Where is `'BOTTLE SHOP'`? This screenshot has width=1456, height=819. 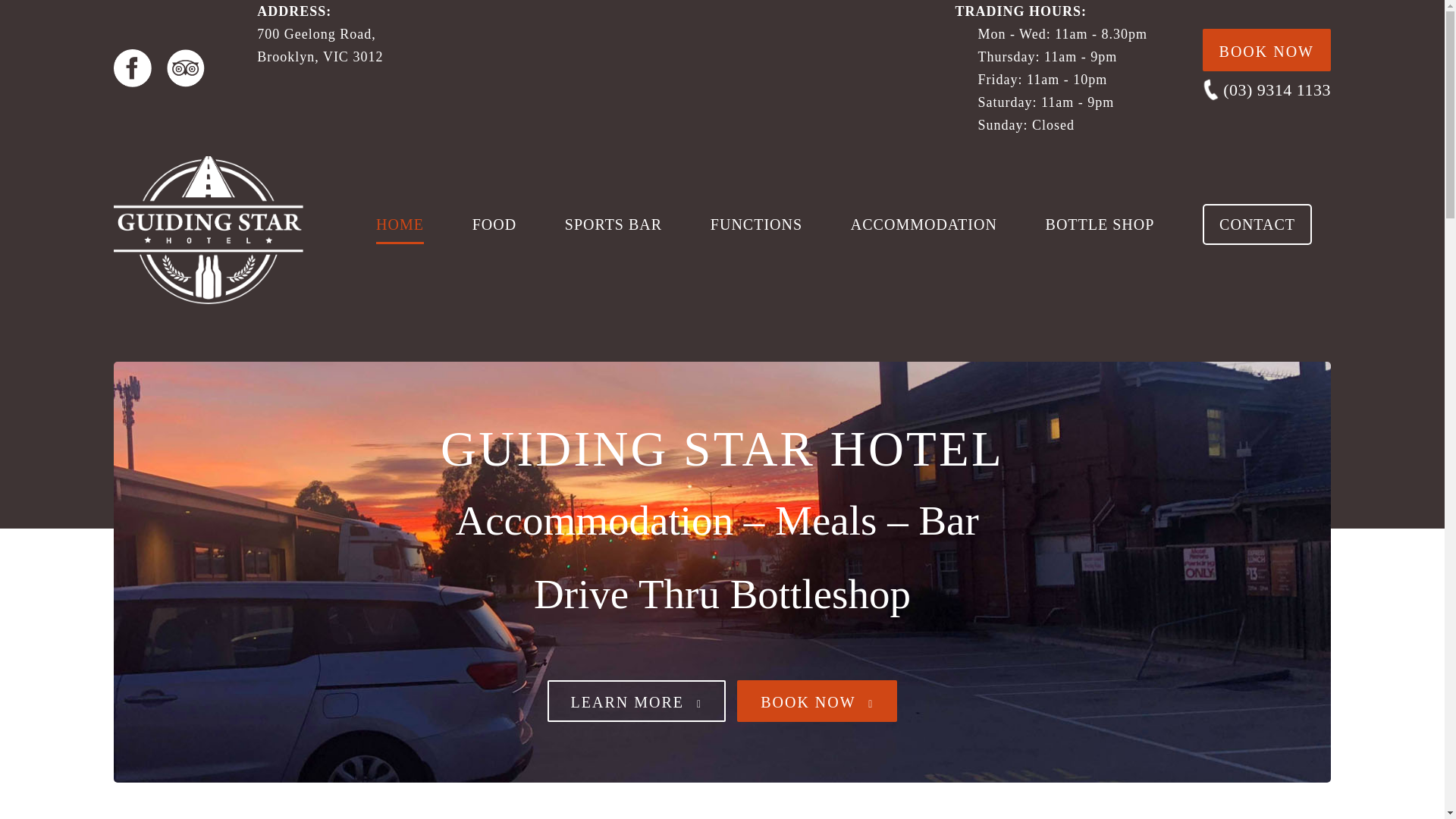 'BOTTLE SHOP' is located at coordinates (1100, 224).